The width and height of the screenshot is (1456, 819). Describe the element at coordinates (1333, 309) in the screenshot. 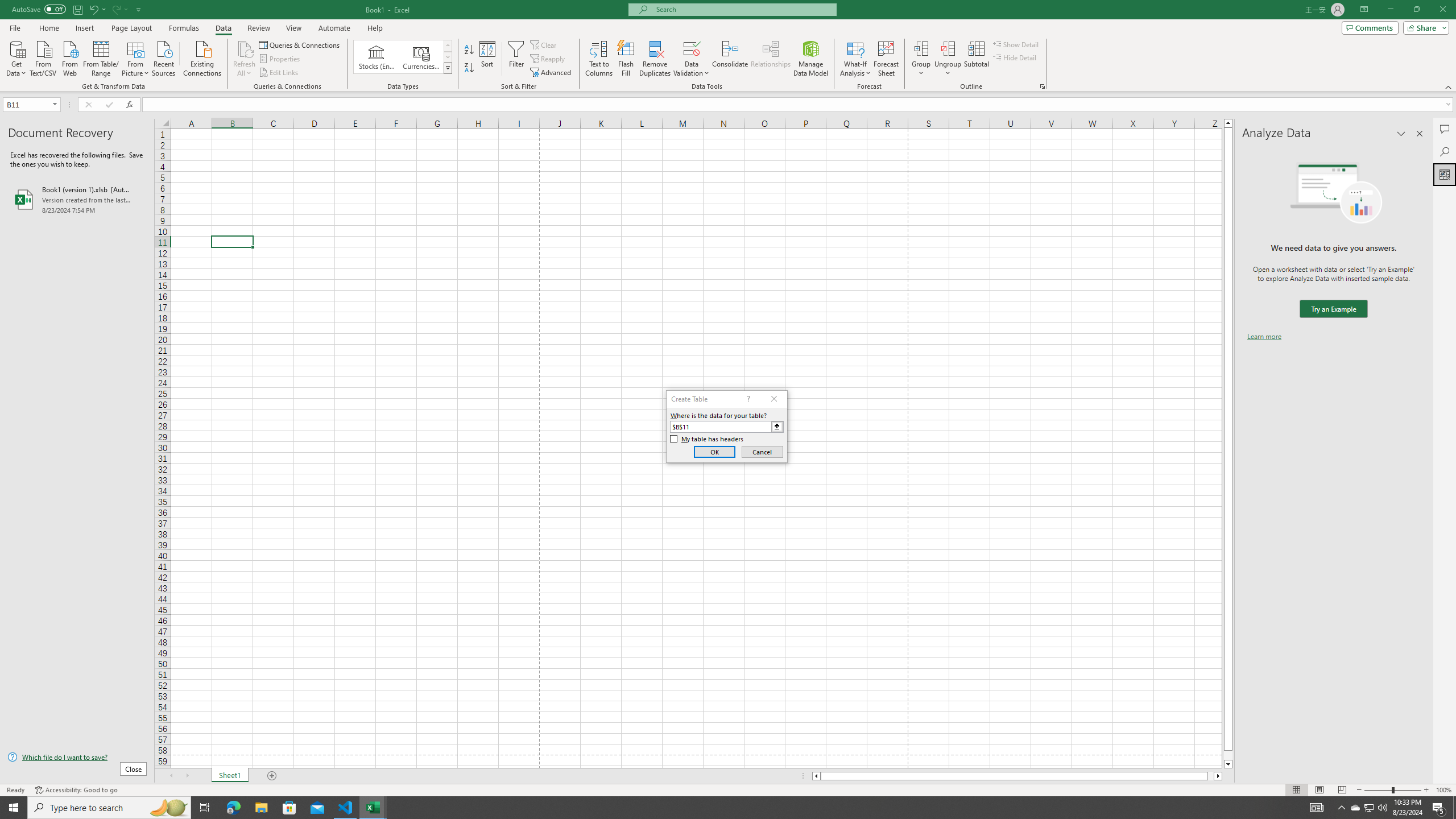

I see `'We need data to give you answers. Try an Example'` at that location.